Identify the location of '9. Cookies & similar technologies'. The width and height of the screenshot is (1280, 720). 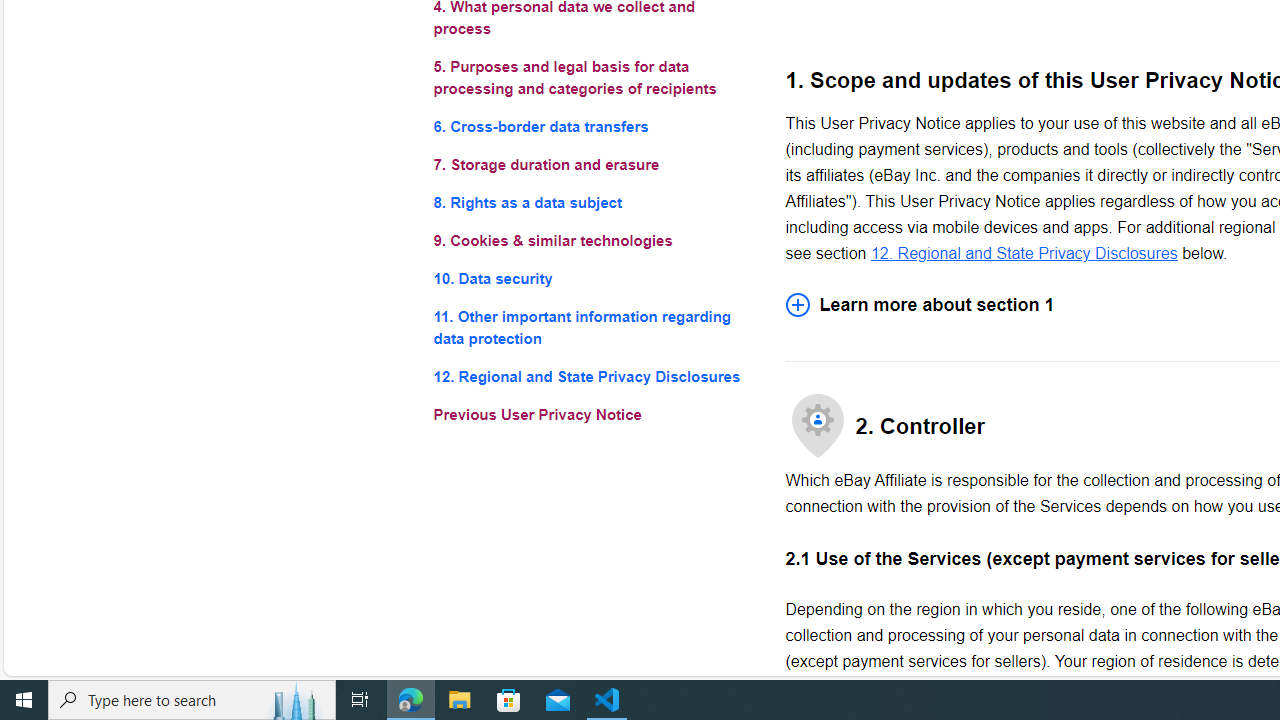
(592, 240).